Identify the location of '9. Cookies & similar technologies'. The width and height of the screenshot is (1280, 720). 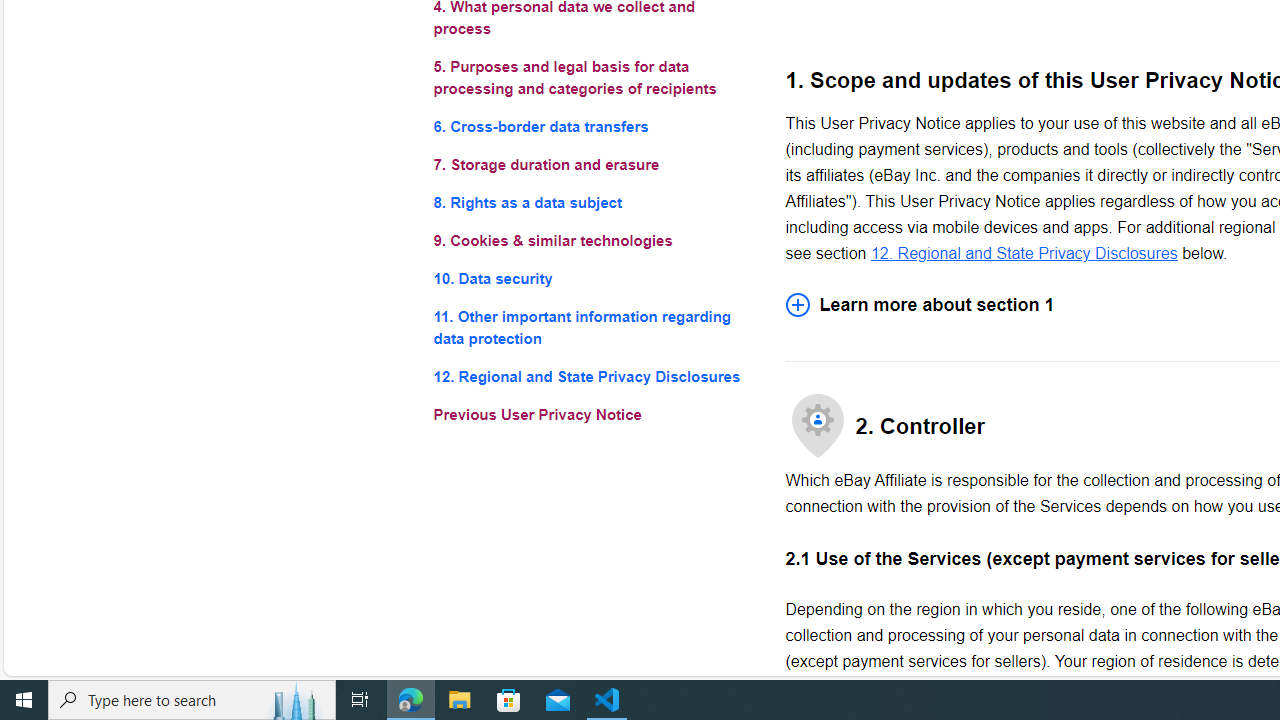
(592, 240).